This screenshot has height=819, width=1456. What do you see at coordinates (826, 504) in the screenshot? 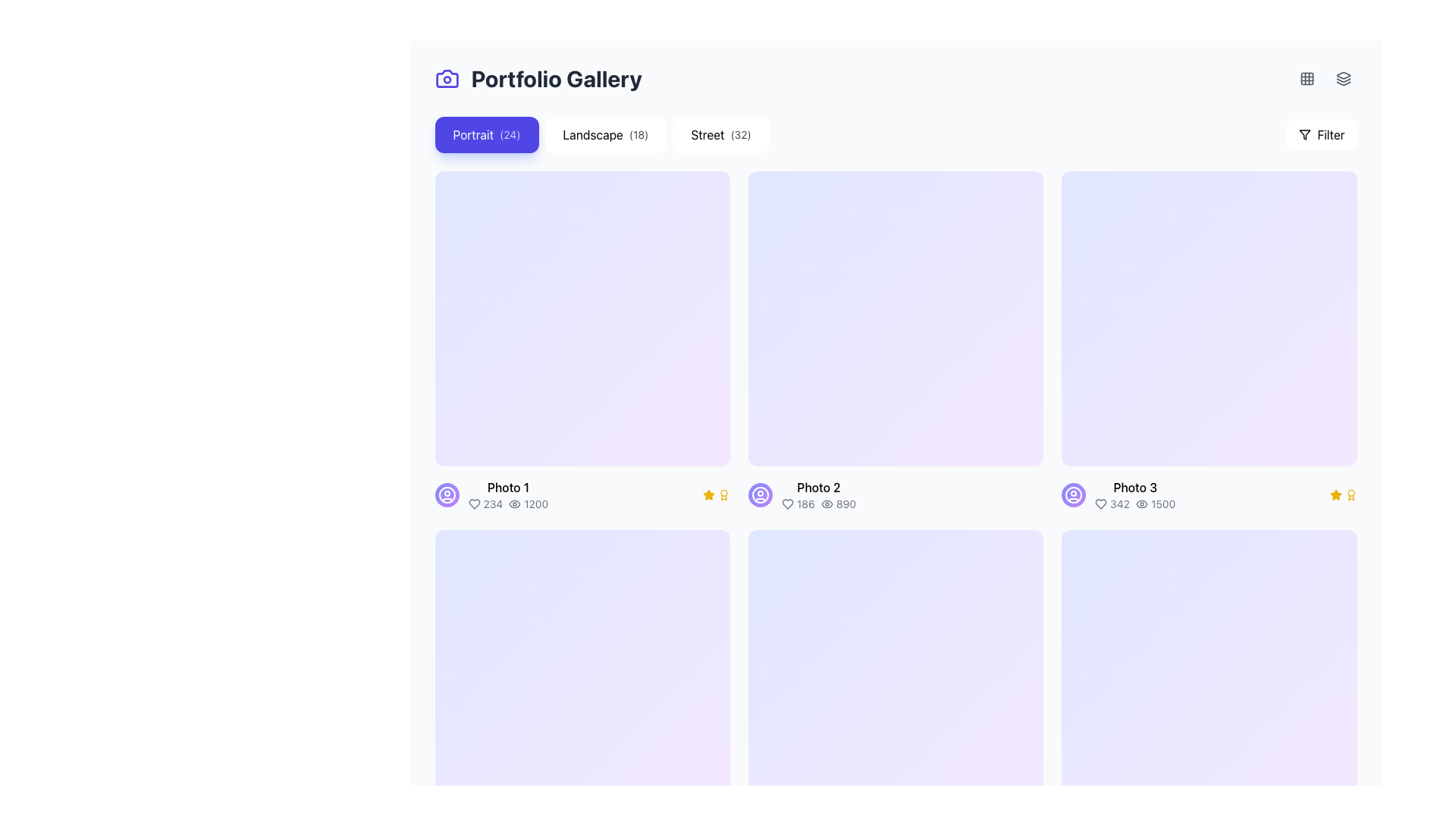
I see `the visibility icon, which is an elliptical shape resembling an eye, located to the right of the 'Photo 2' title and adjacent to a star icon` at bounding box center [826, 504].